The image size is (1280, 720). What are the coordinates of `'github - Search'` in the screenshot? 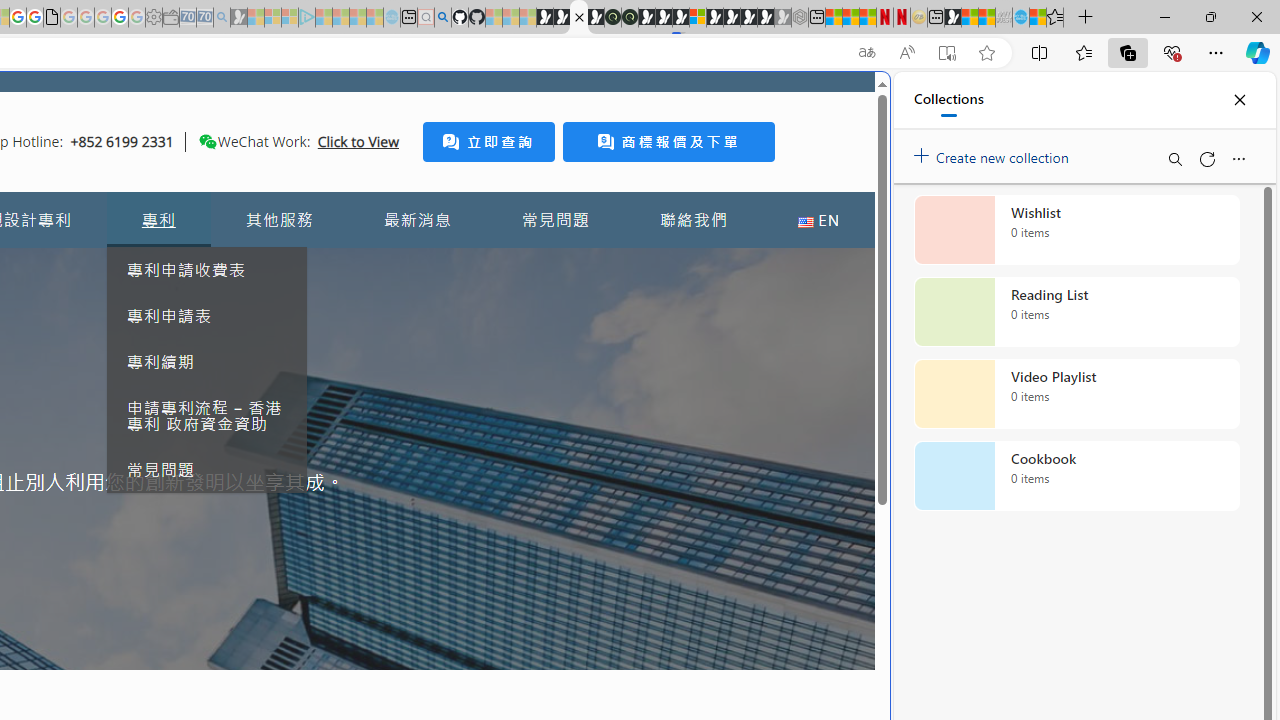 It's located at (441, 17).